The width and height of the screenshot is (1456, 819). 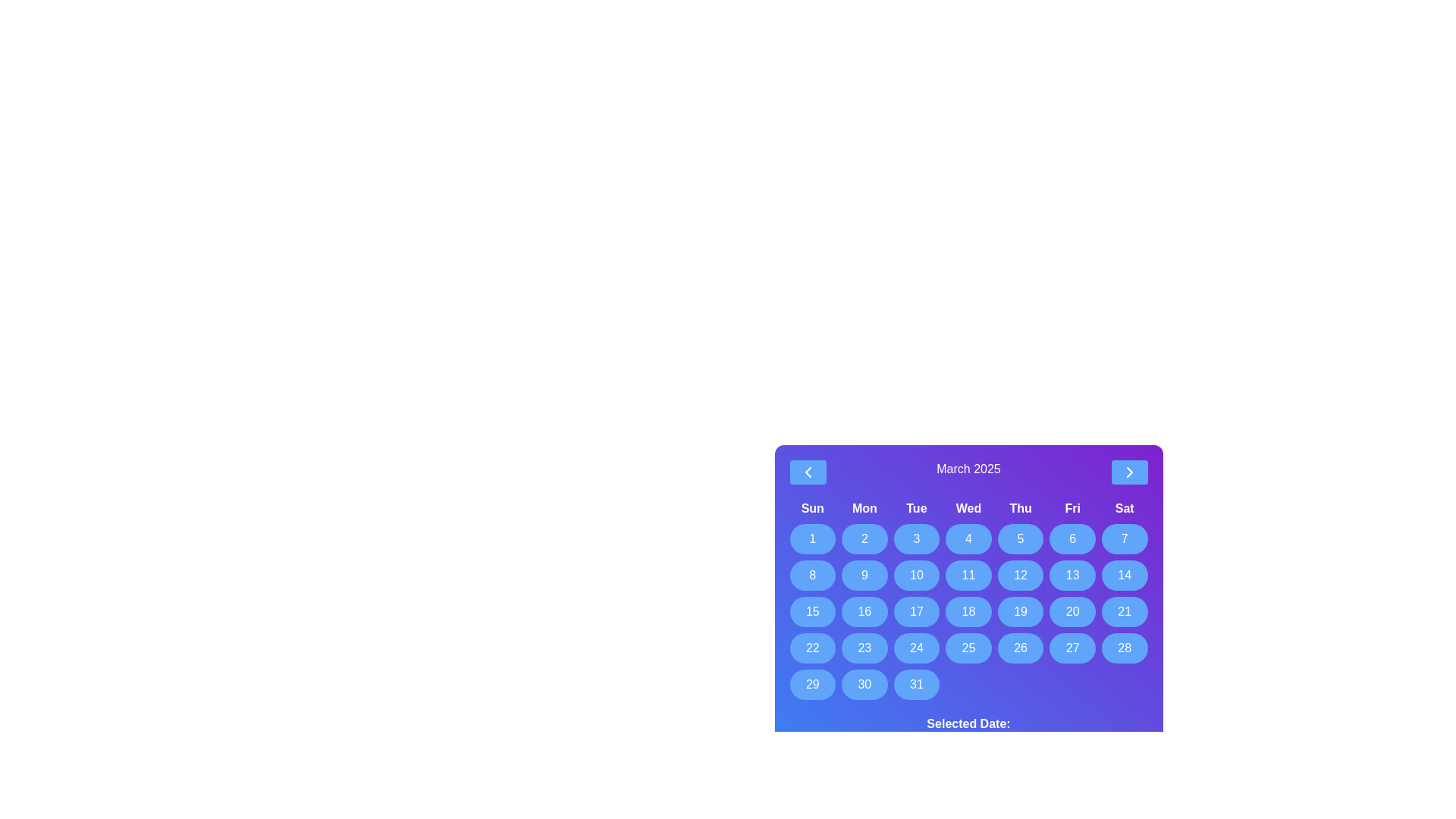 I want to click on the circular button with a light blue background displaying the number '12', located, so click(x=1021, y=576).